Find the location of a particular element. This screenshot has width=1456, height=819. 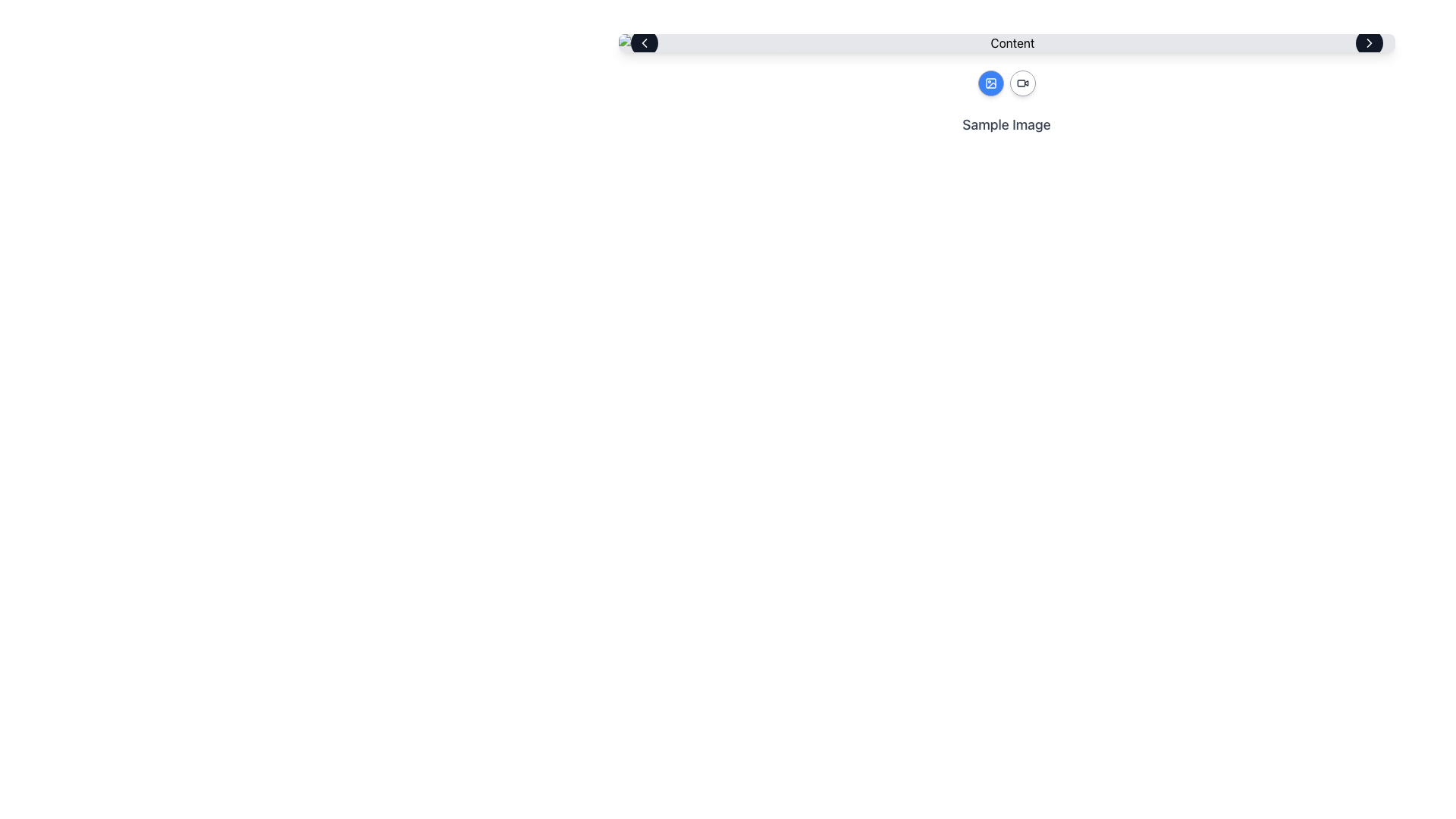

the icon depicting a generic image symbol within the blue circular button located below the 'Content' header is located at coordinates (990, 83).